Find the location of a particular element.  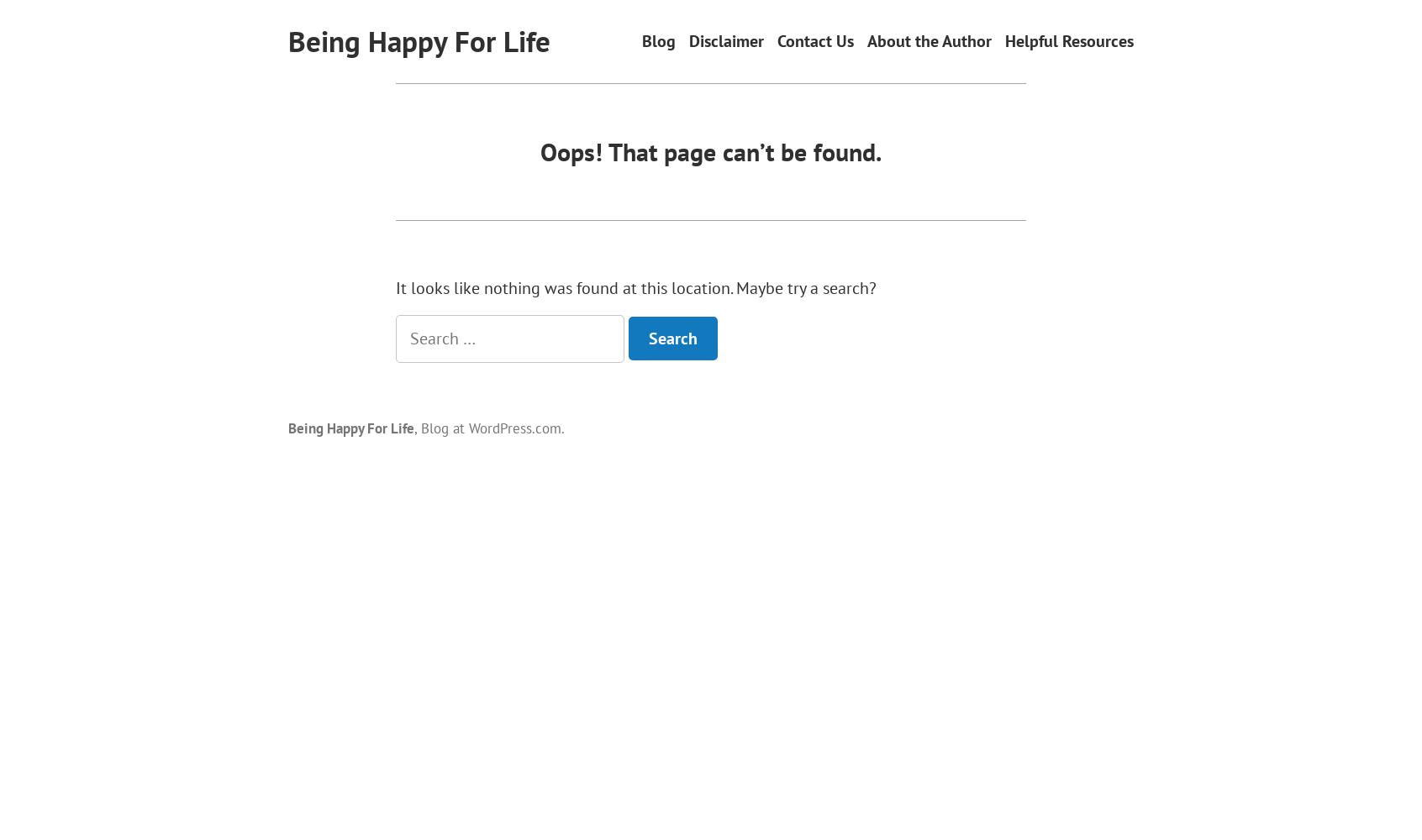

'Helpful Resources' is located at coordinates (1068, 41).